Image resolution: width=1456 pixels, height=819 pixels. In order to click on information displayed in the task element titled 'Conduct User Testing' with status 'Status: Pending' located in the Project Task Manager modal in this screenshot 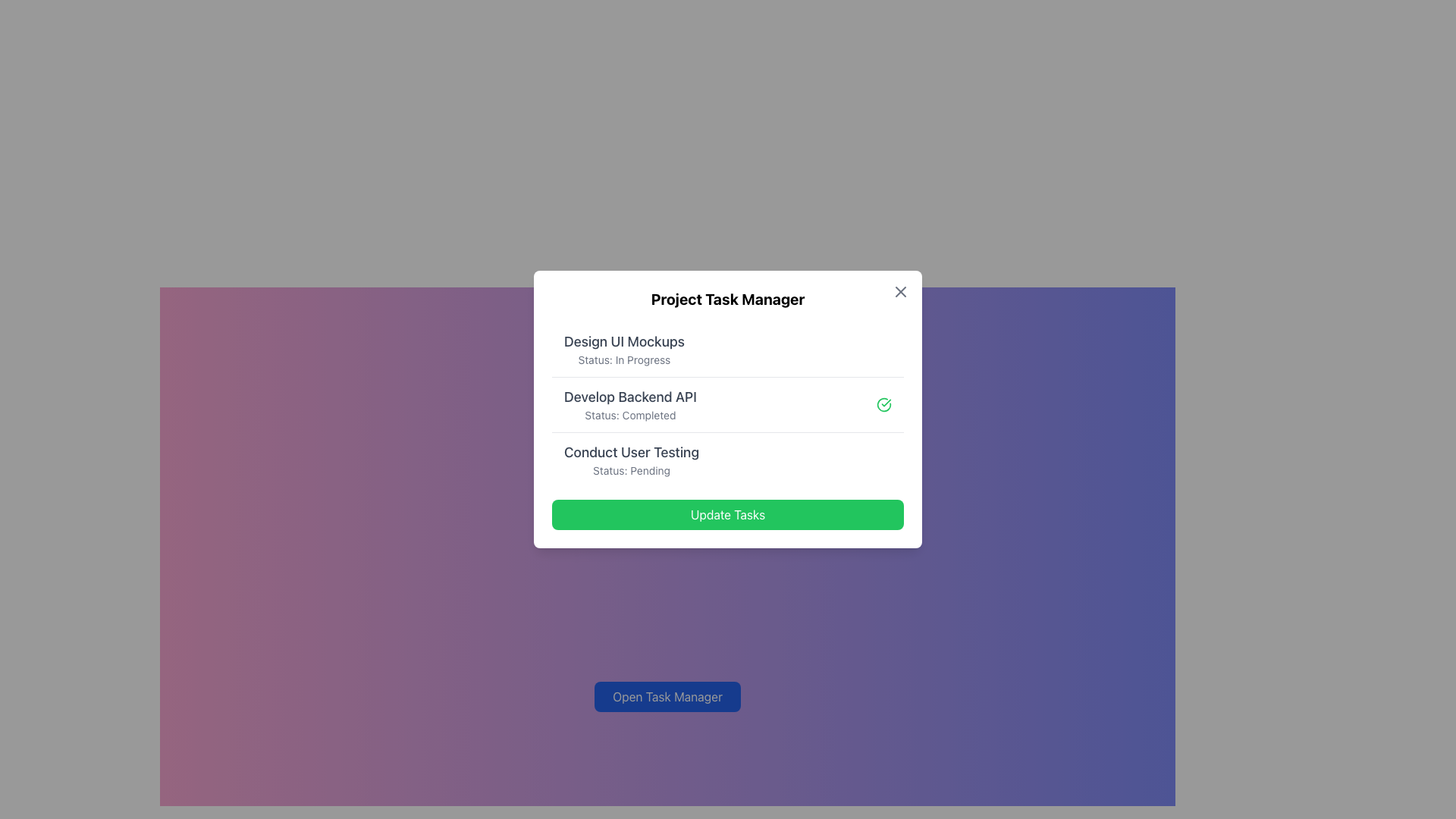, I will do `click(632, 459)`.